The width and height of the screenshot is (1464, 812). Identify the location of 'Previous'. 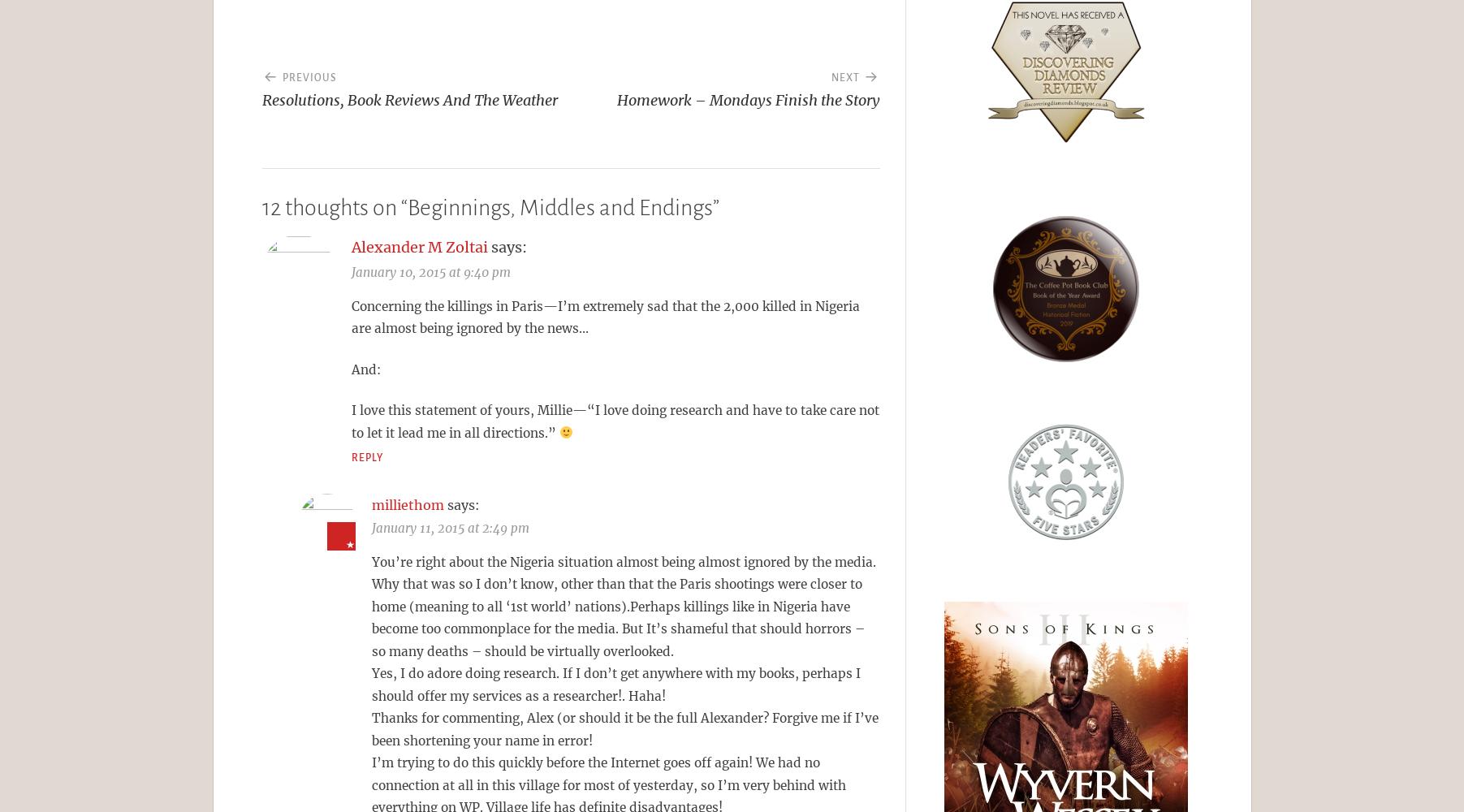
(308, 76).